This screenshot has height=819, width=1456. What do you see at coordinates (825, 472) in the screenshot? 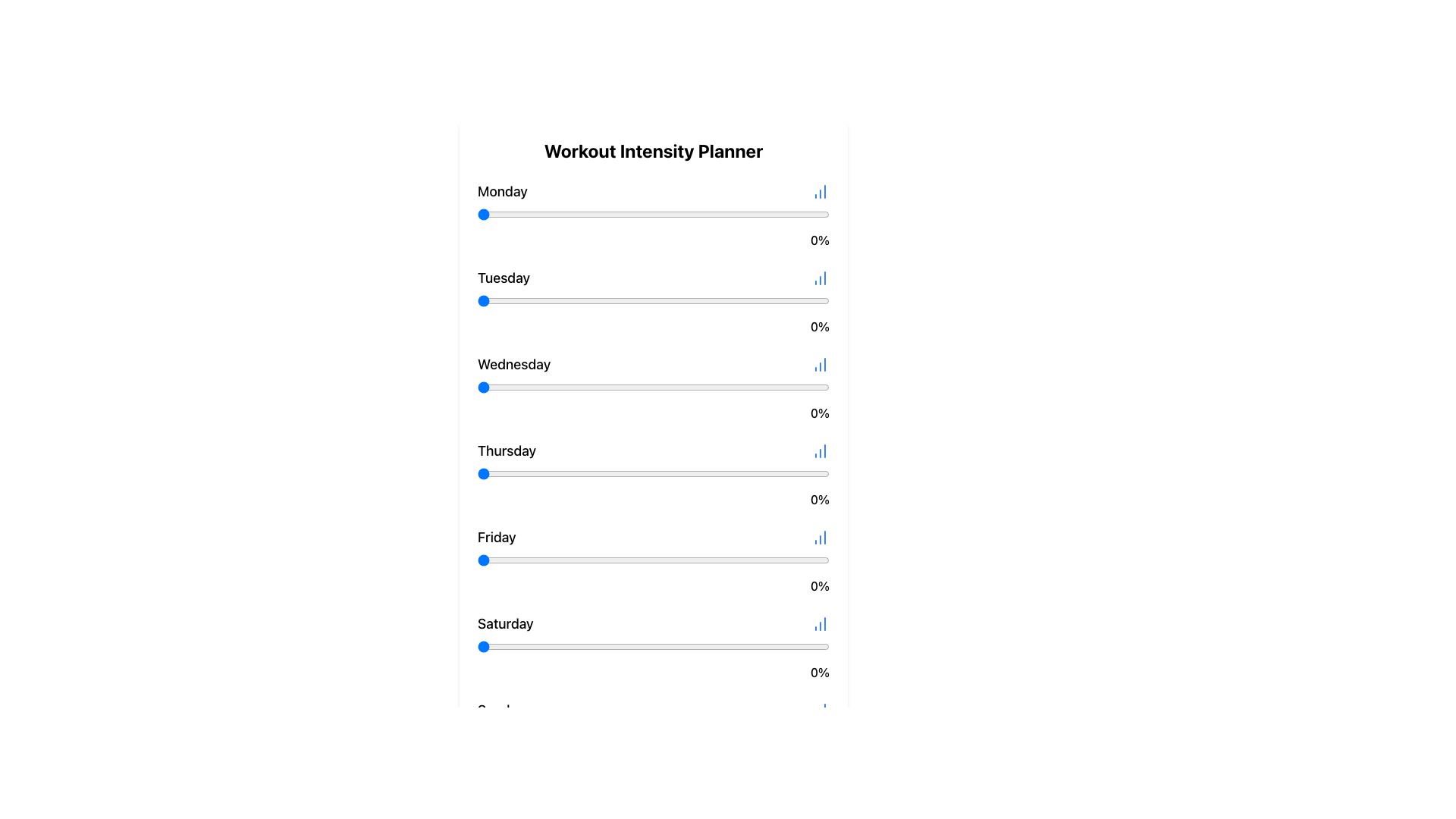
I see `the 'Thursday' slider` at bounding box center [825, 472].